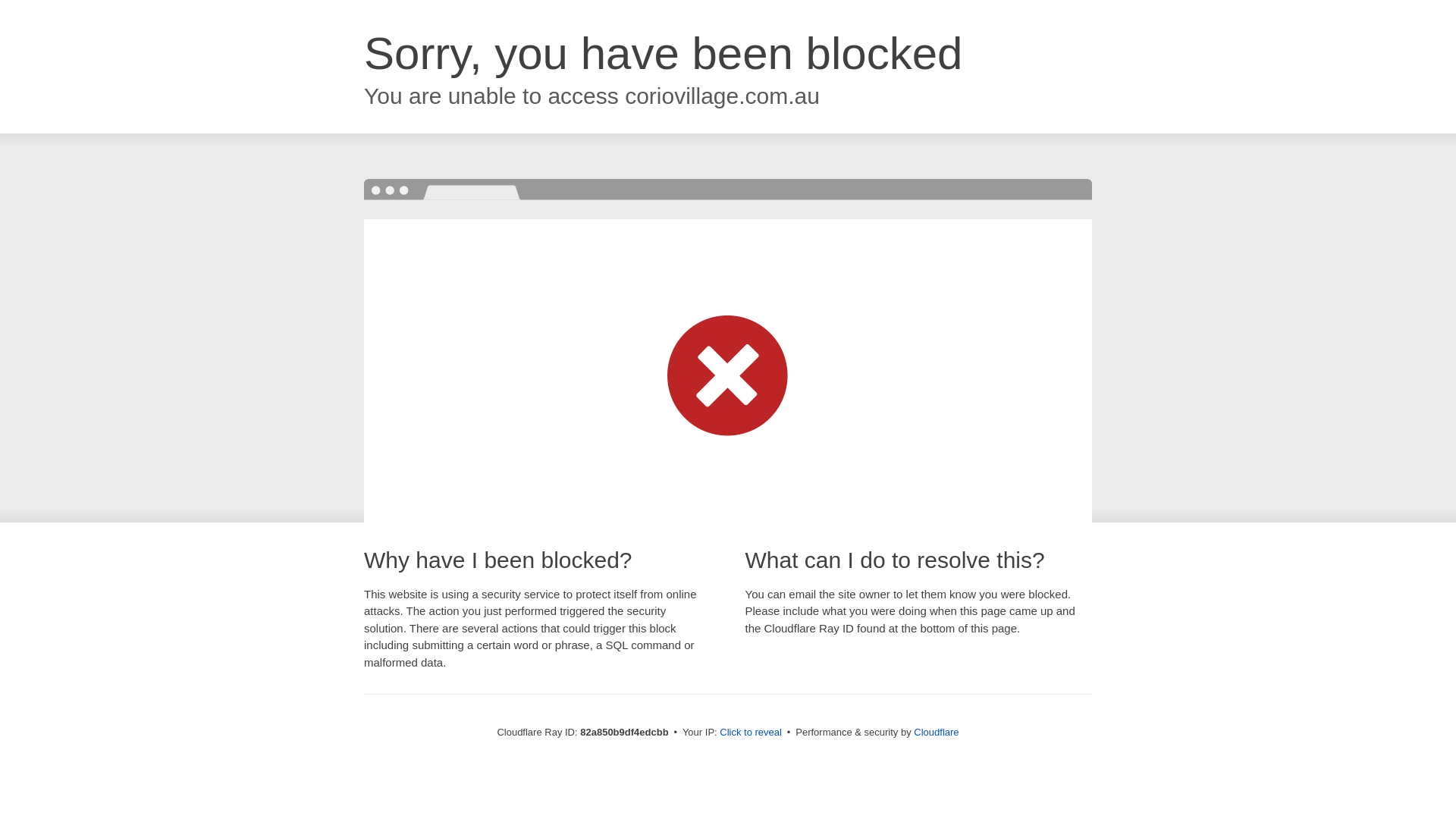  Describe the element at coordinates (719, 731) in the screenshot. I see `'Click to reveal'` at that location.